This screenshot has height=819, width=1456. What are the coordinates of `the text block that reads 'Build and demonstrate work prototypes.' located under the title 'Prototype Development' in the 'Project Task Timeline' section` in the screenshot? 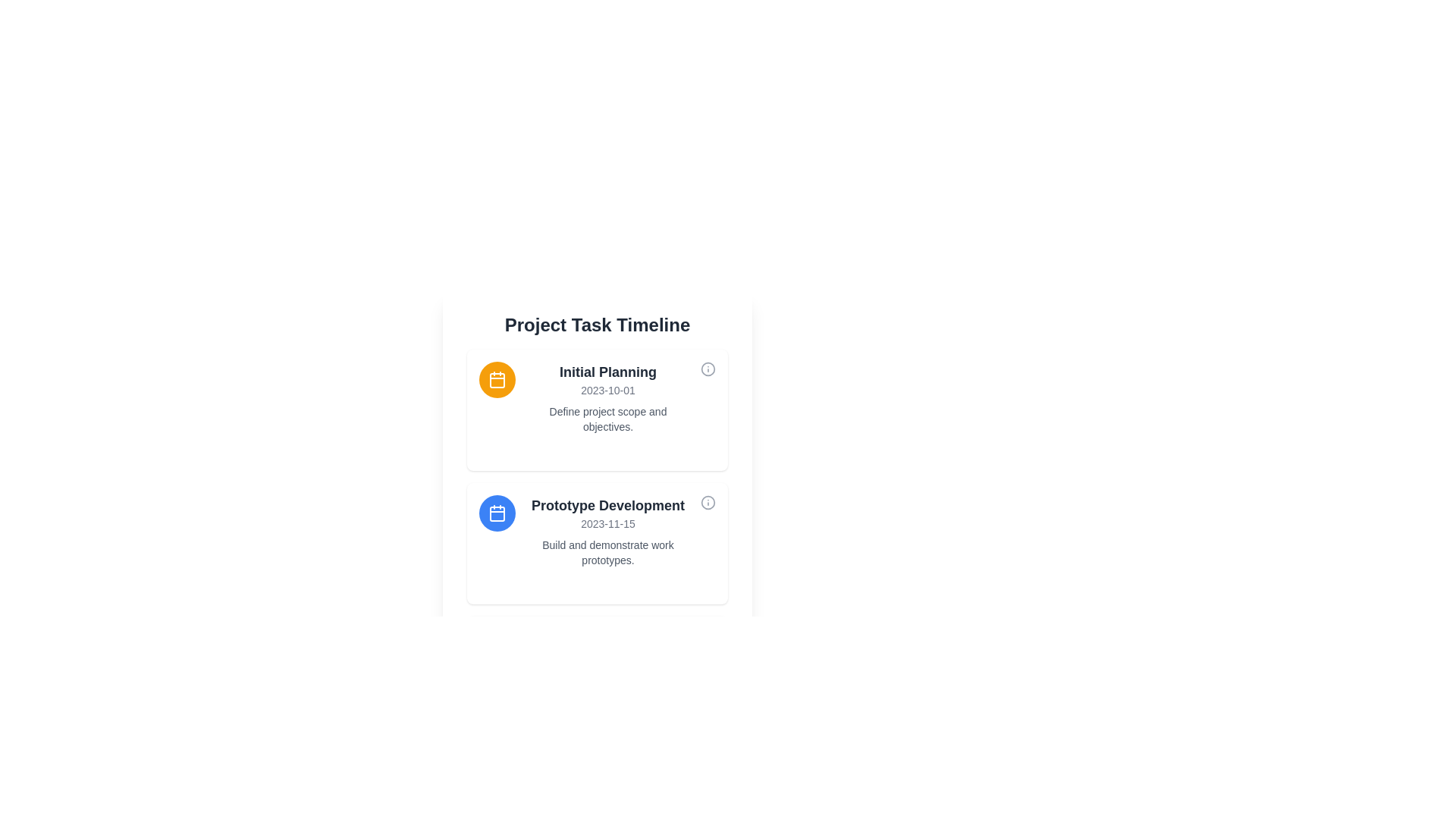 It's located at (607, 553).